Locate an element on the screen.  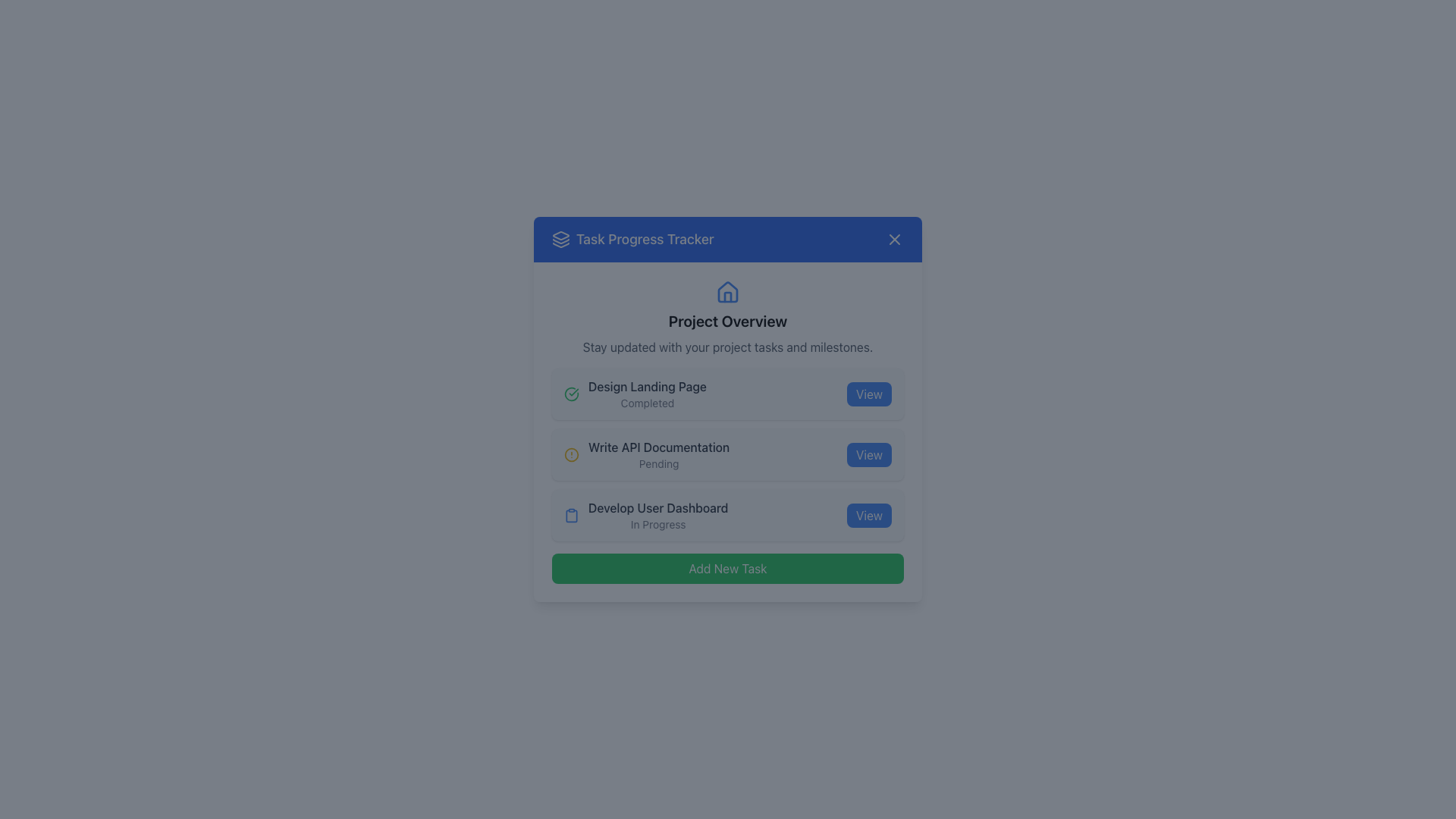
the Label that represents the task 'Develop User Dashboard' in the 'Task Progress Tracker' interface, which is the second component in the third task entry is located at coordinates (646, 514).